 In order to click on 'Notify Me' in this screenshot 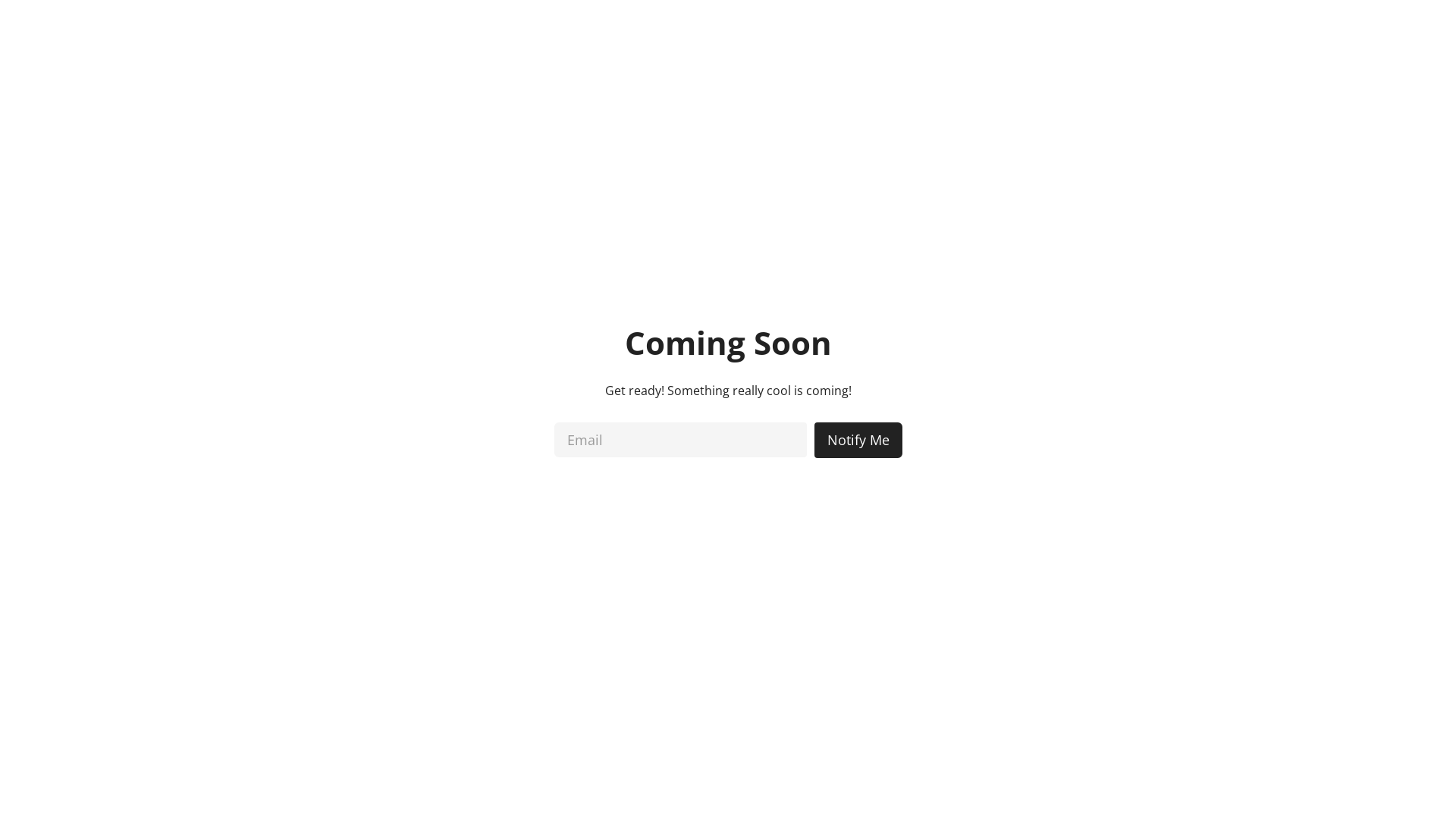, I will do `click(858, 439)`.